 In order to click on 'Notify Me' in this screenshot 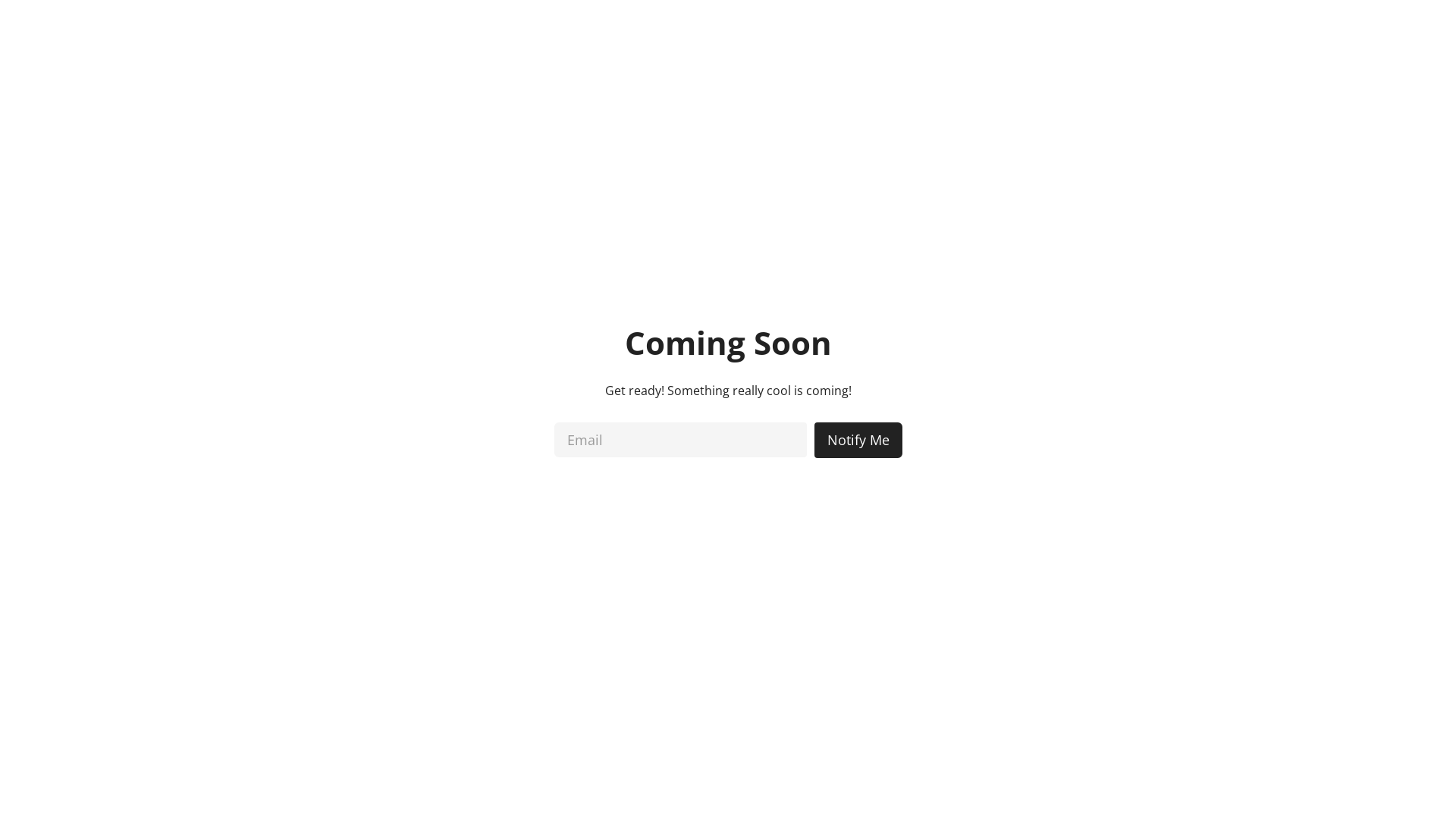, I will do `click(858, 439)`.